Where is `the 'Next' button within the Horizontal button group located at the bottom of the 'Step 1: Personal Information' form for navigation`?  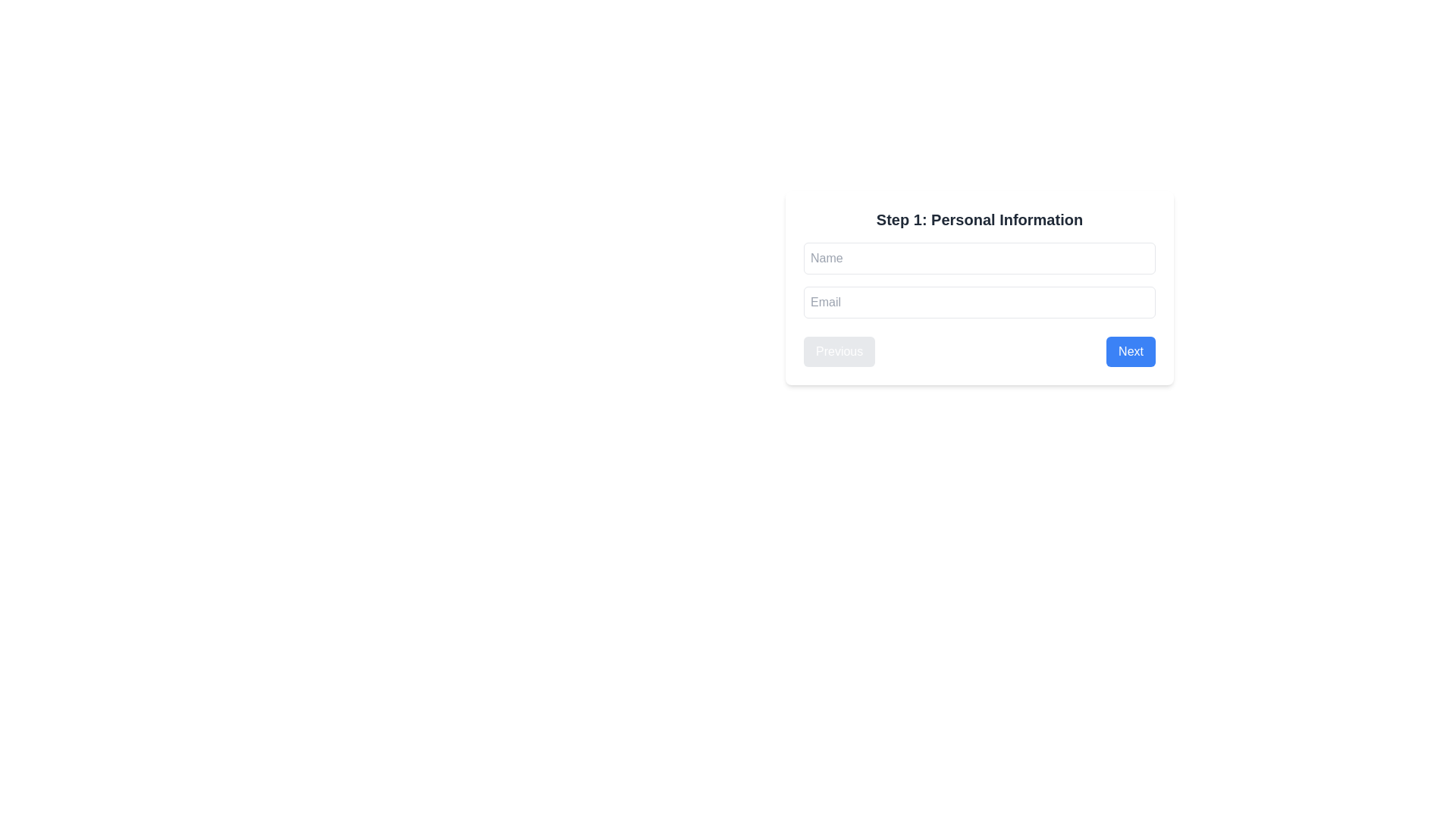 the 'Next' button within the Horizontal button group located at the bottom of the 'Step 1: Personal Information' form for navigation is located at coordinates (979, 351).